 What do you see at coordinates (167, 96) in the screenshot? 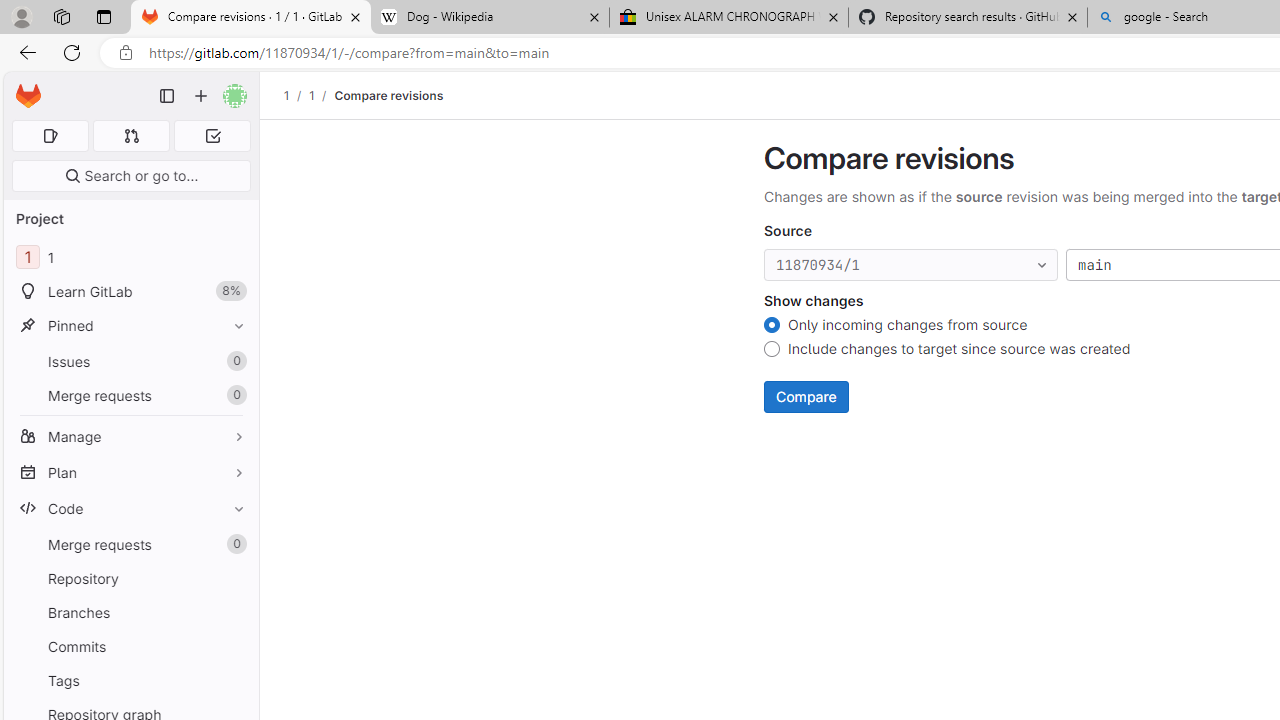
I see `'Primary navigation sidebar'` at bounding box center [167, 96].